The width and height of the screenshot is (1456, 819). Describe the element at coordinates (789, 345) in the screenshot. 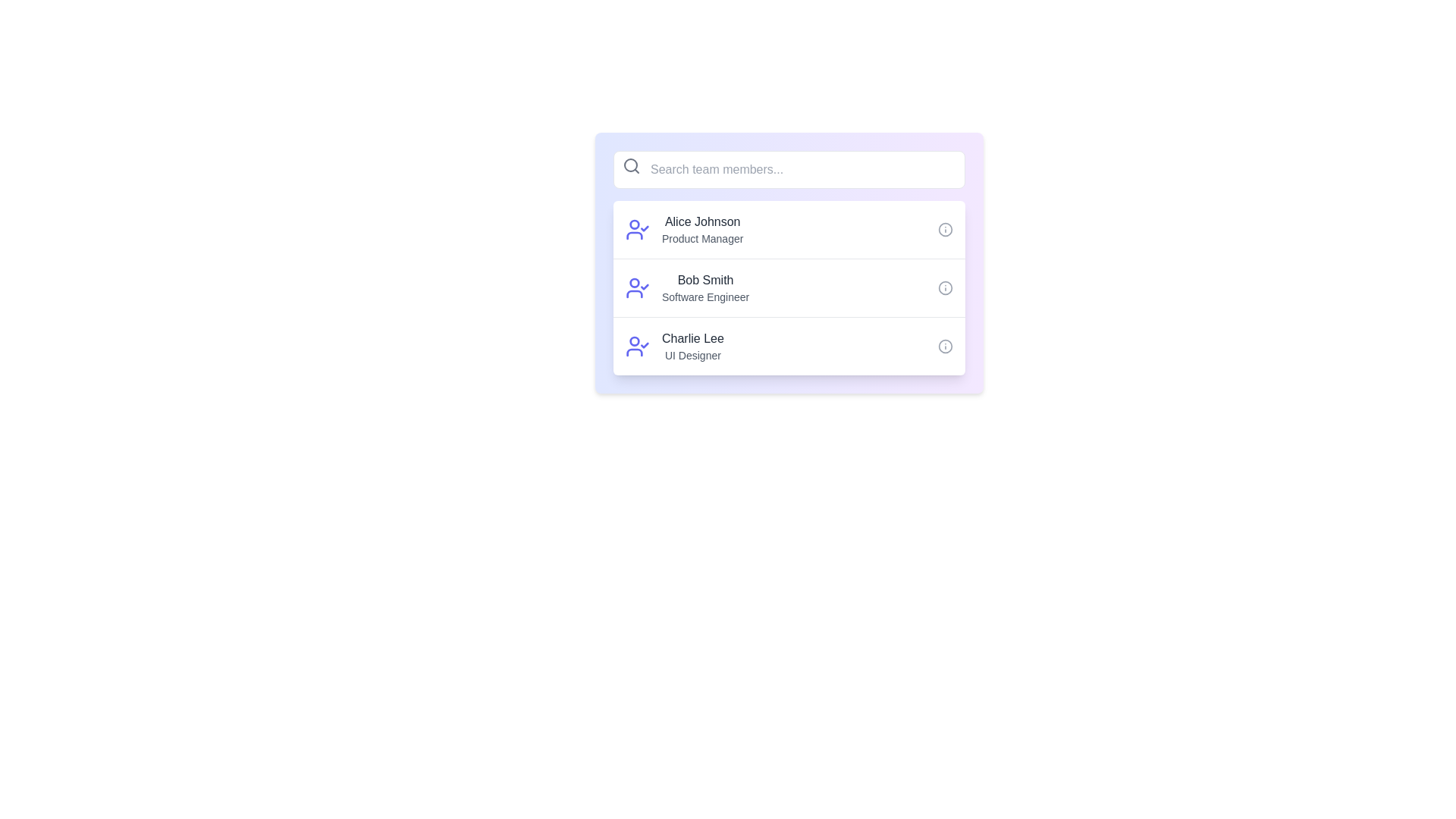

I see `the third card entry` at that location.